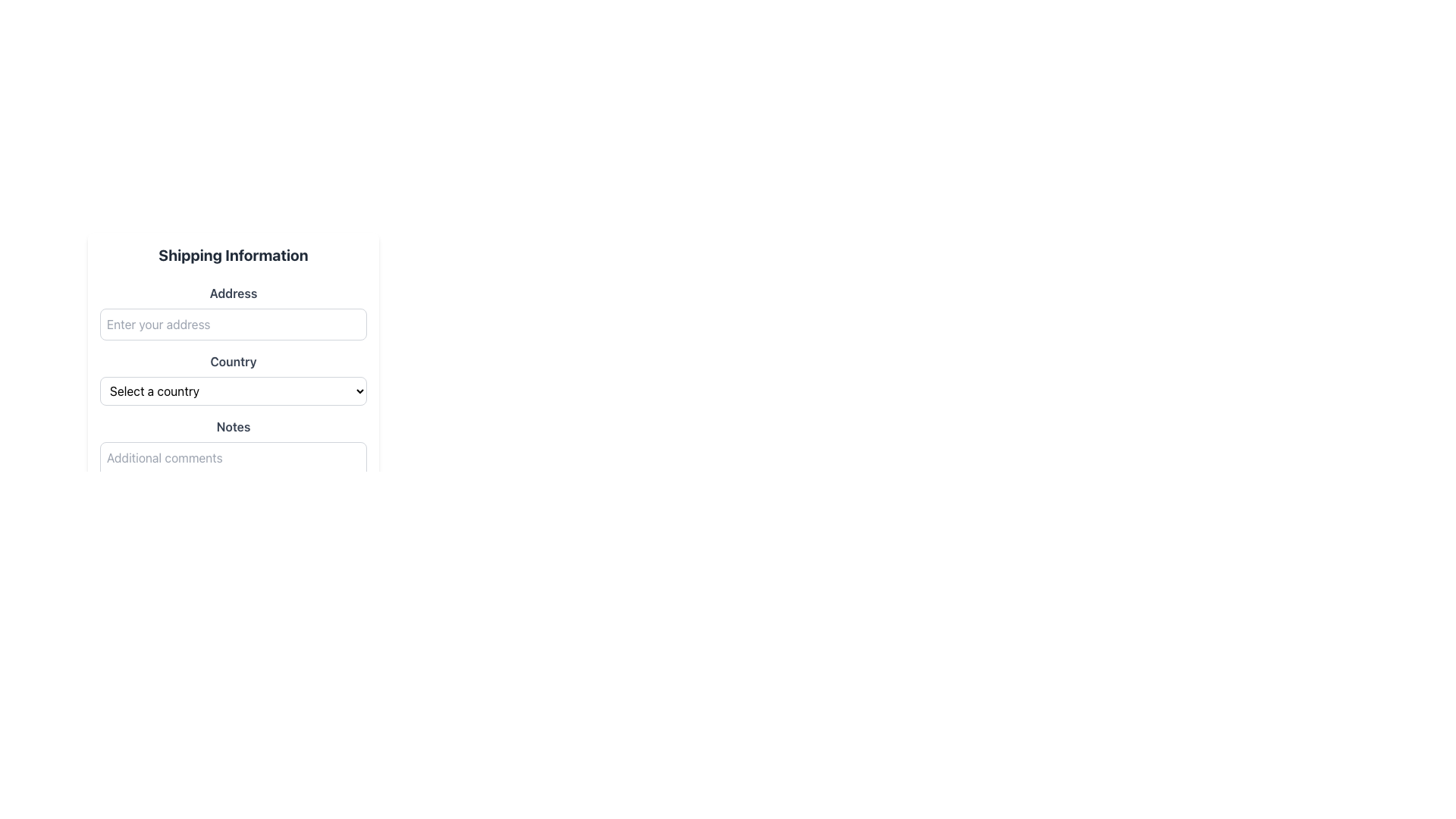  What do you see at coordinates (232, 378) in the screenshot?
I see `an option from the Dropdown menu for choosing the country, located in the Shipping Information section of the form, which is the second input field after the Address input` at bounding box center [232, 378].